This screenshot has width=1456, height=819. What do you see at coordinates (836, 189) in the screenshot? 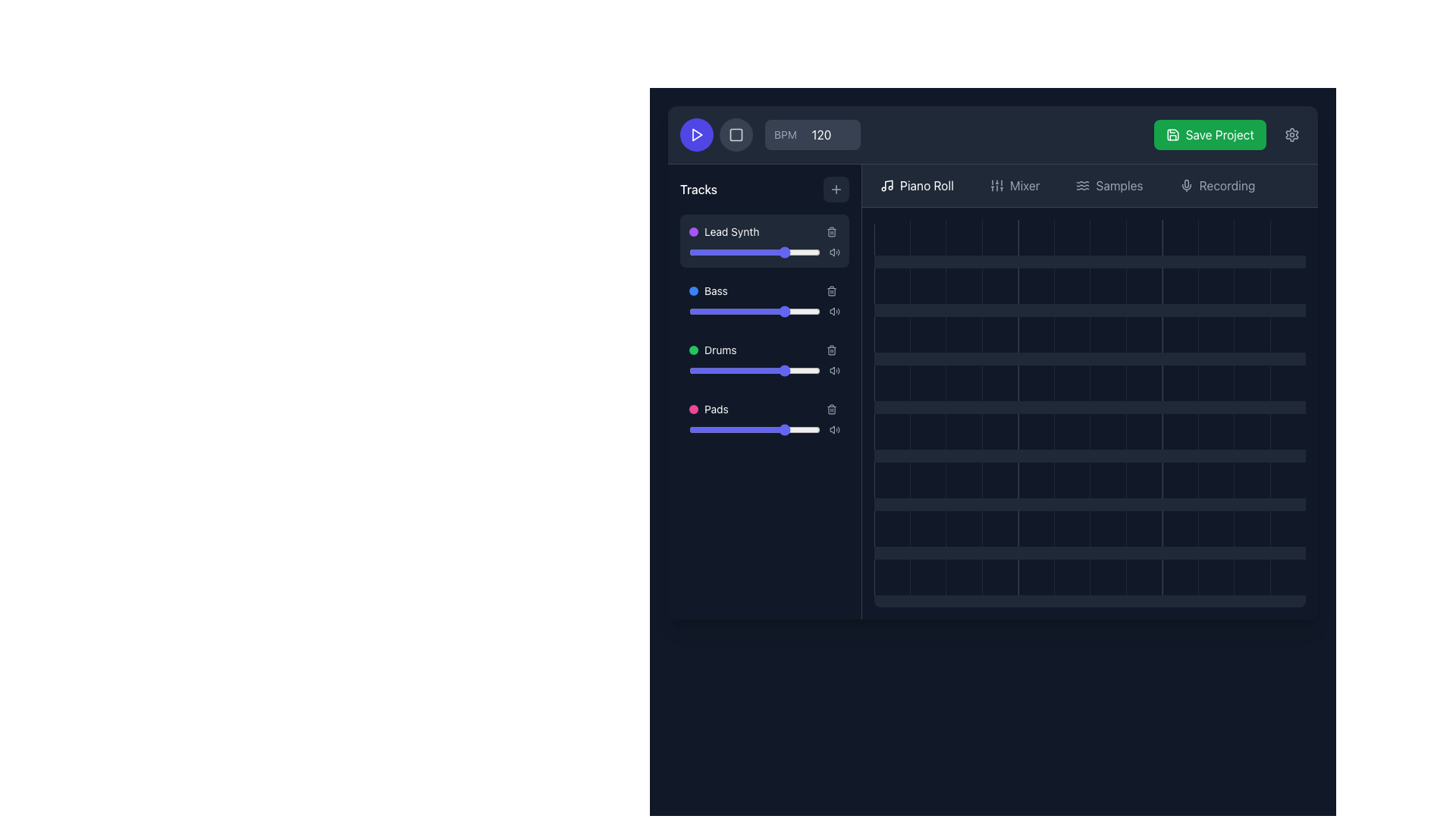
I see `the circular icon button with a plus sign located in the left-hand panel at the top of the 'Tracks' section` at bounding box center [836, 189].